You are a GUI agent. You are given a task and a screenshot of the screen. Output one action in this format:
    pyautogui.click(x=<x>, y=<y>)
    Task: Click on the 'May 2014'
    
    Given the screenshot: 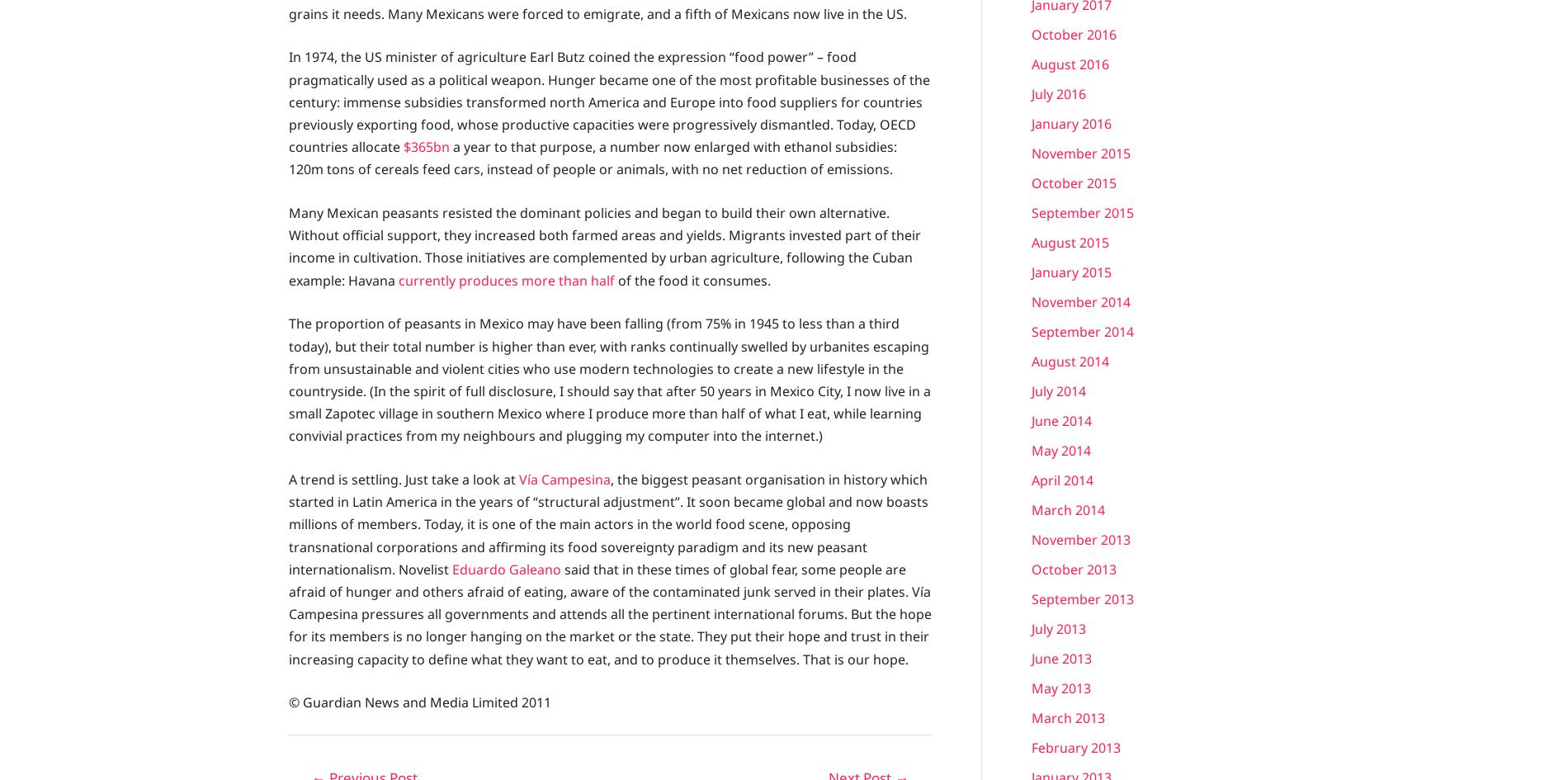 What is the action you would take?
    pyautogui.click(x=1060, y=449)
    